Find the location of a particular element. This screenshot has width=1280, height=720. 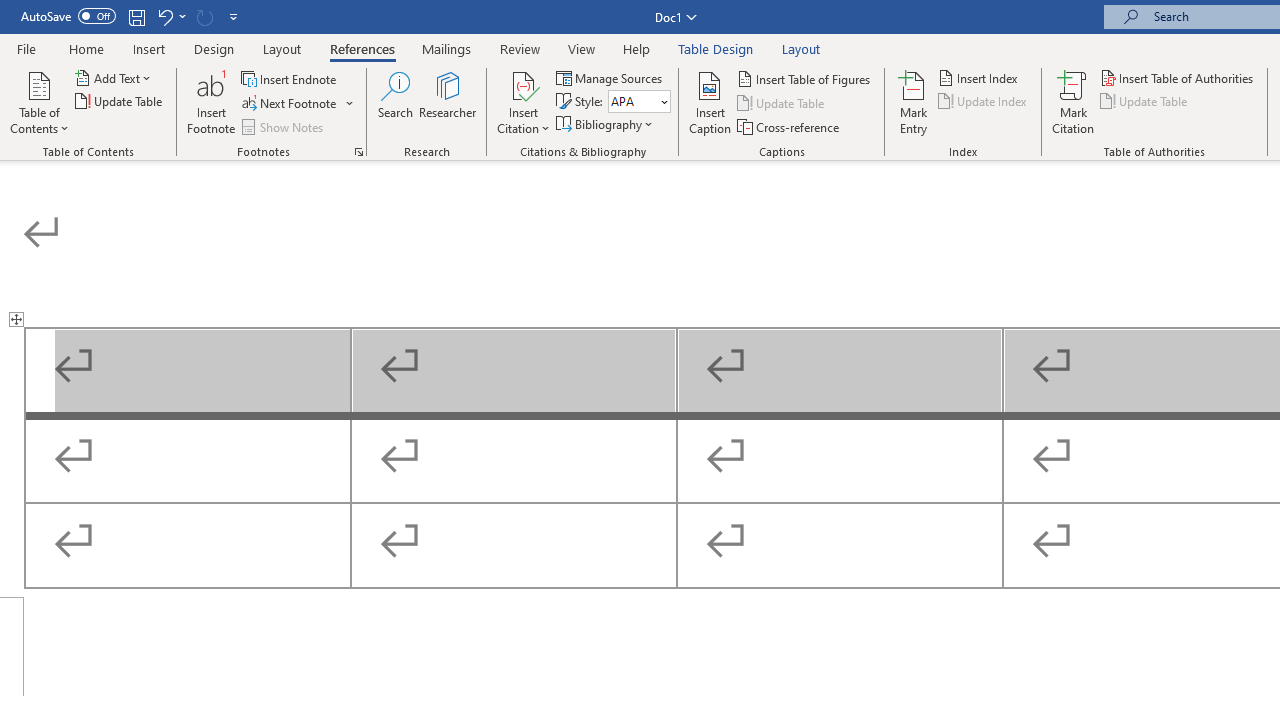

'Update Index' is located at coordinates (984, 101).